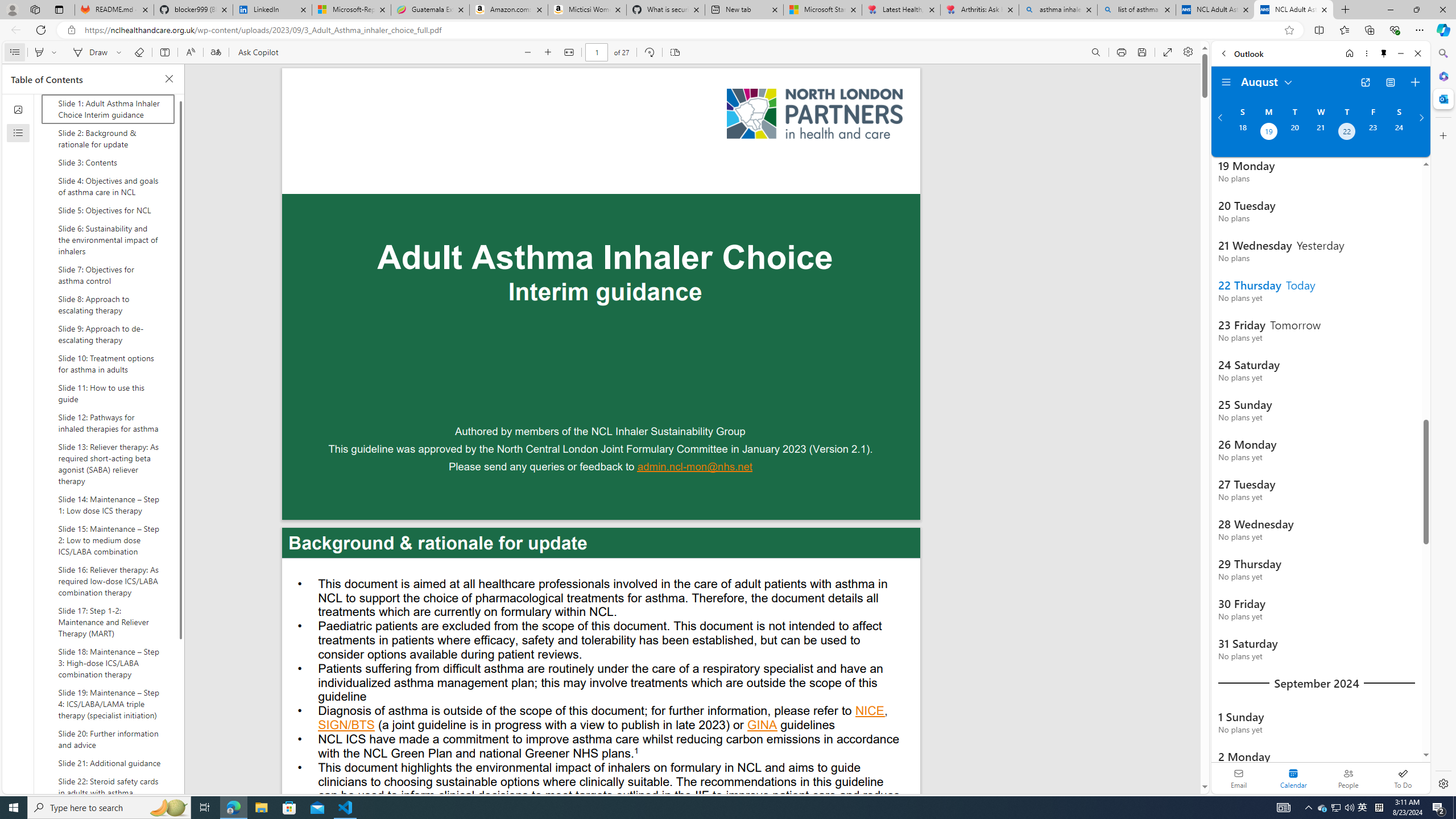 The image size is (1456, 819). I want to click on 'Print (Ctrl+P)', so click(1122, 52).